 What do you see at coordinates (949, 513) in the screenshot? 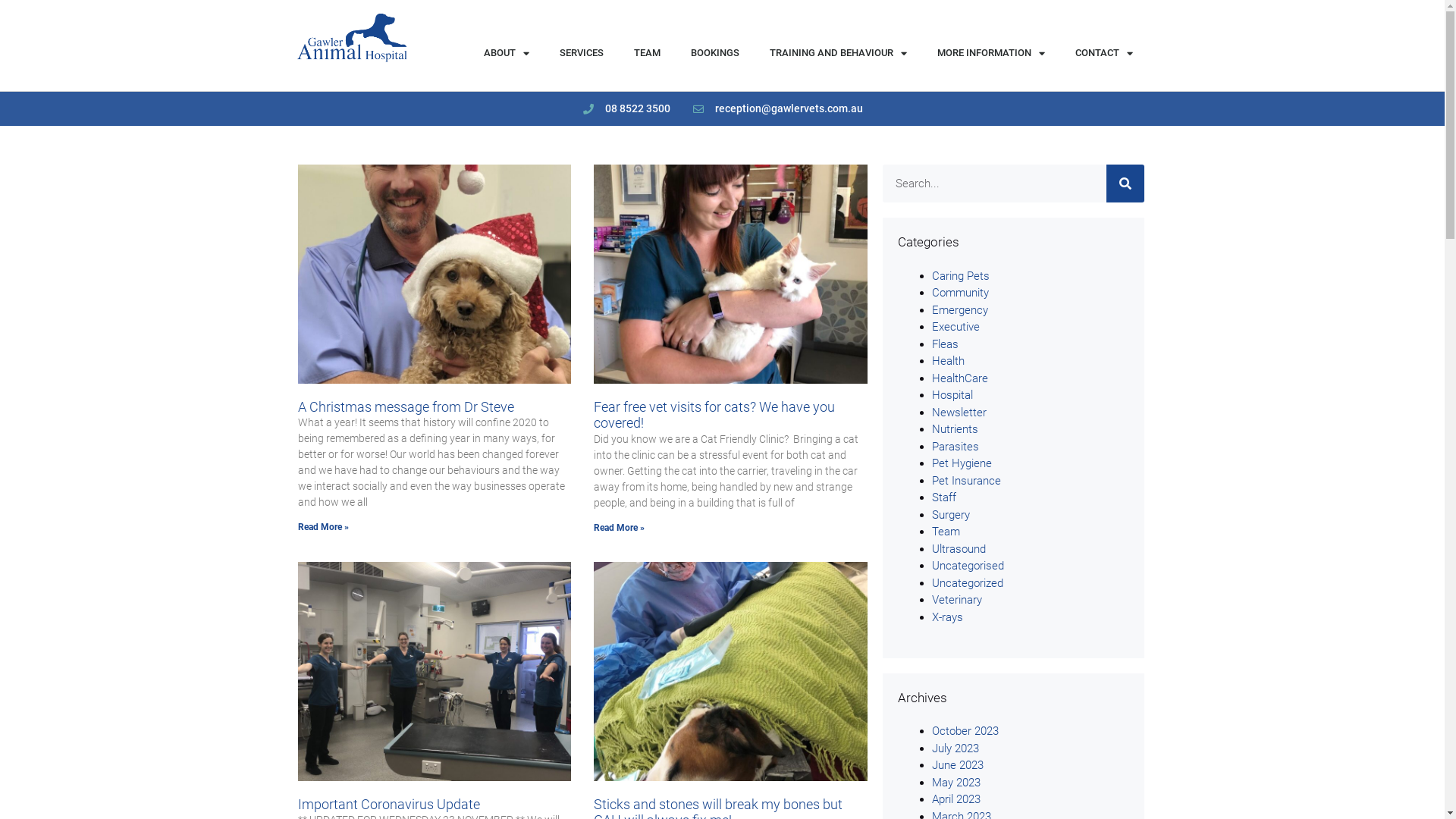
I see `'Surgery'` at bounding box center [949, 513].